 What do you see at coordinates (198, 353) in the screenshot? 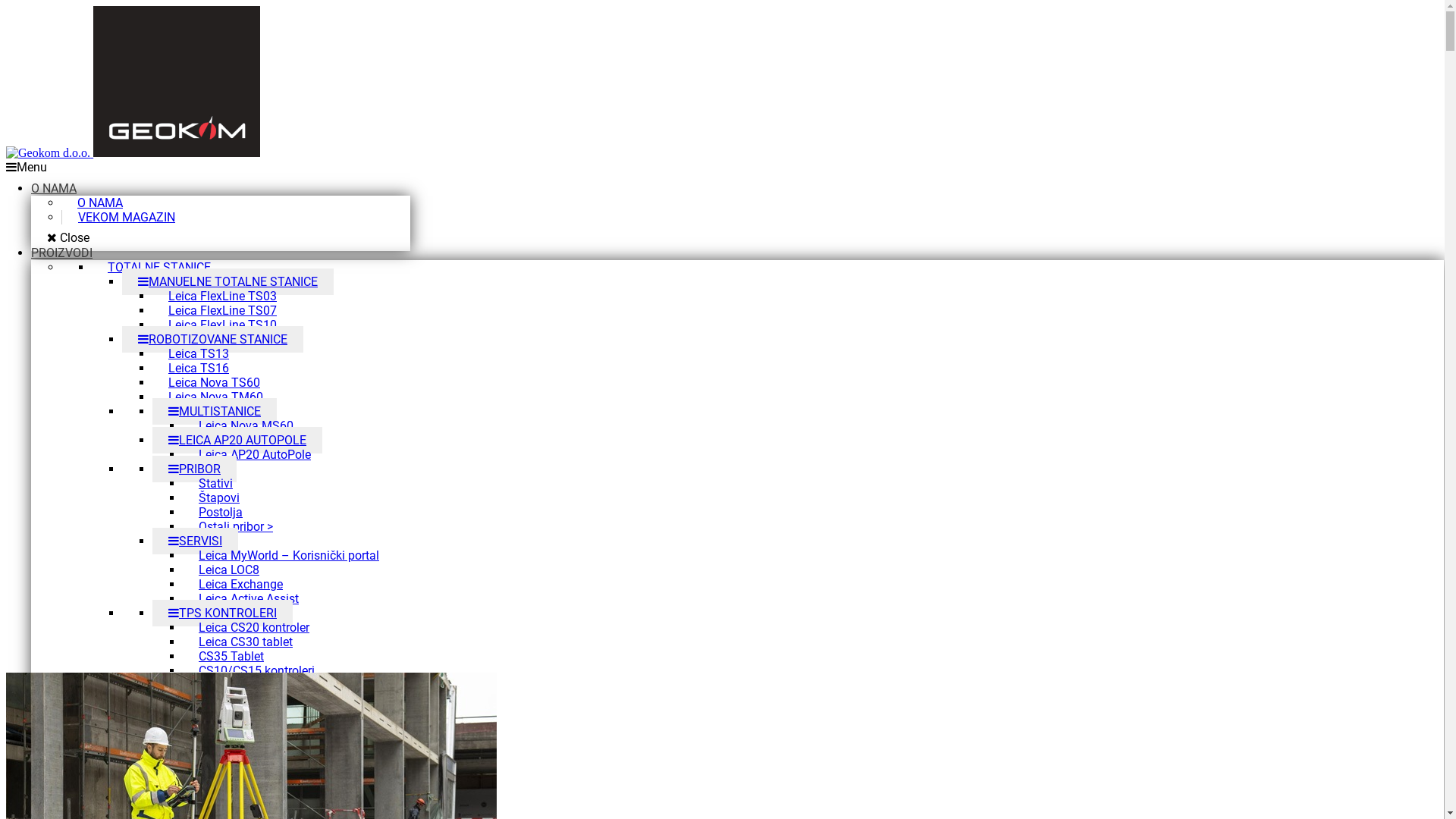
I see `'Leica TS13'` at bounding box center [198, 353].